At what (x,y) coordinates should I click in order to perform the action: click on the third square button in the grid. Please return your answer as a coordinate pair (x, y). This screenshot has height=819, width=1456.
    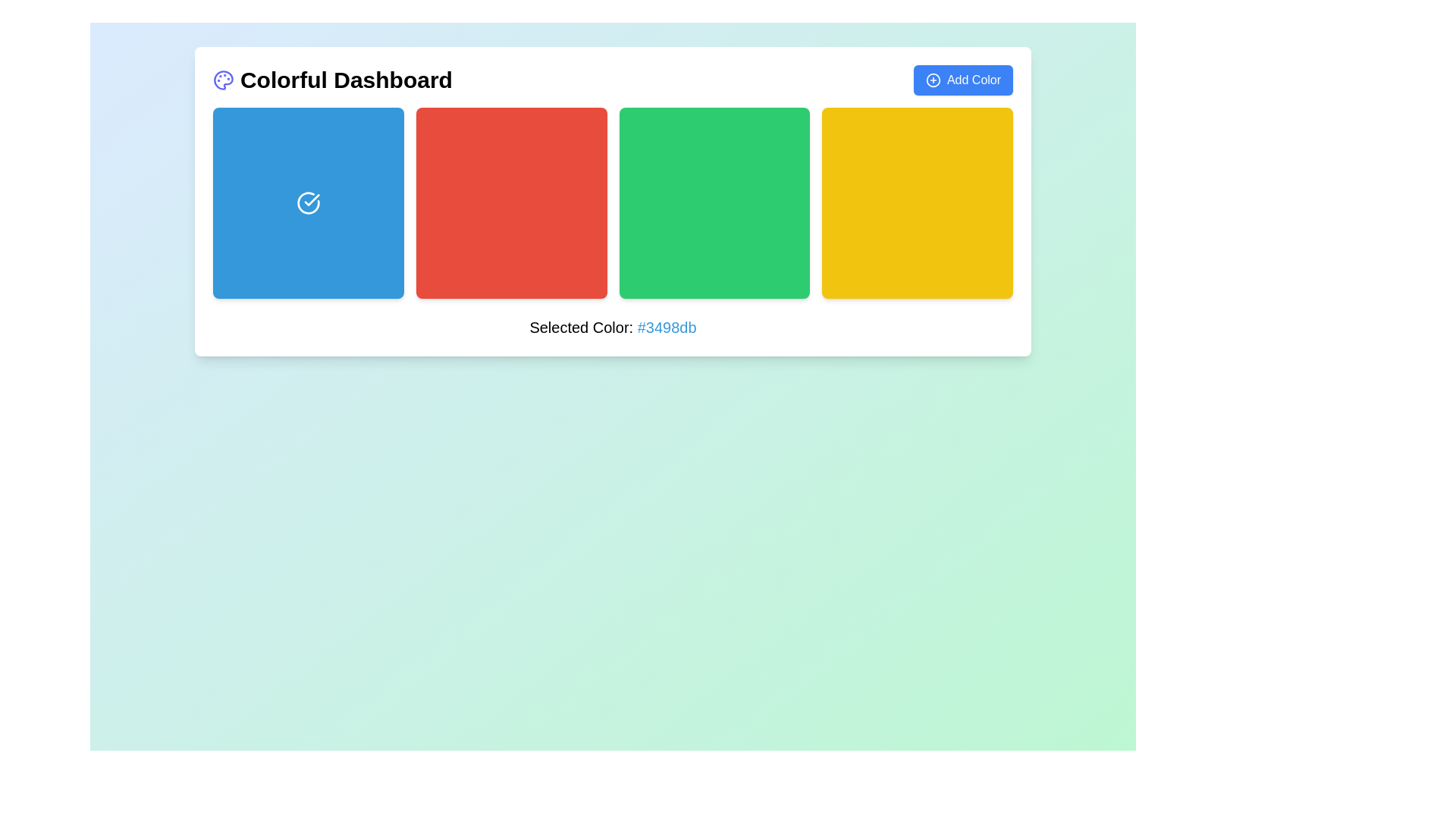
    Looking at the image, I should click on (714, 202).